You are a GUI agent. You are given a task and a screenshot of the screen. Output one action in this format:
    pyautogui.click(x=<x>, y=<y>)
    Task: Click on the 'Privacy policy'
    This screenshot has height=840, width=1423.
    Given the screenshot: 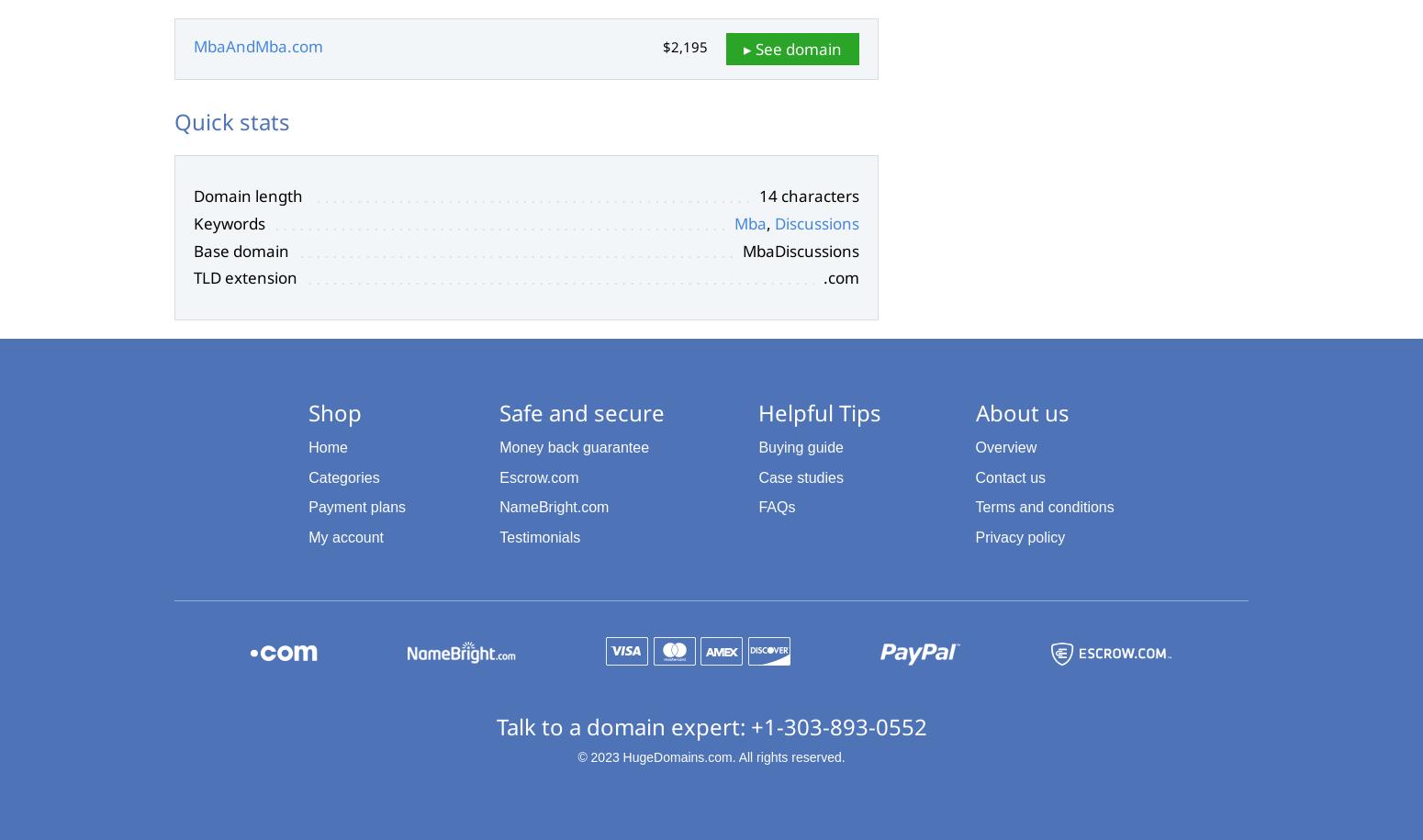 What is the action you would take?
    pyautogui.click(x=1019, y=536)
    